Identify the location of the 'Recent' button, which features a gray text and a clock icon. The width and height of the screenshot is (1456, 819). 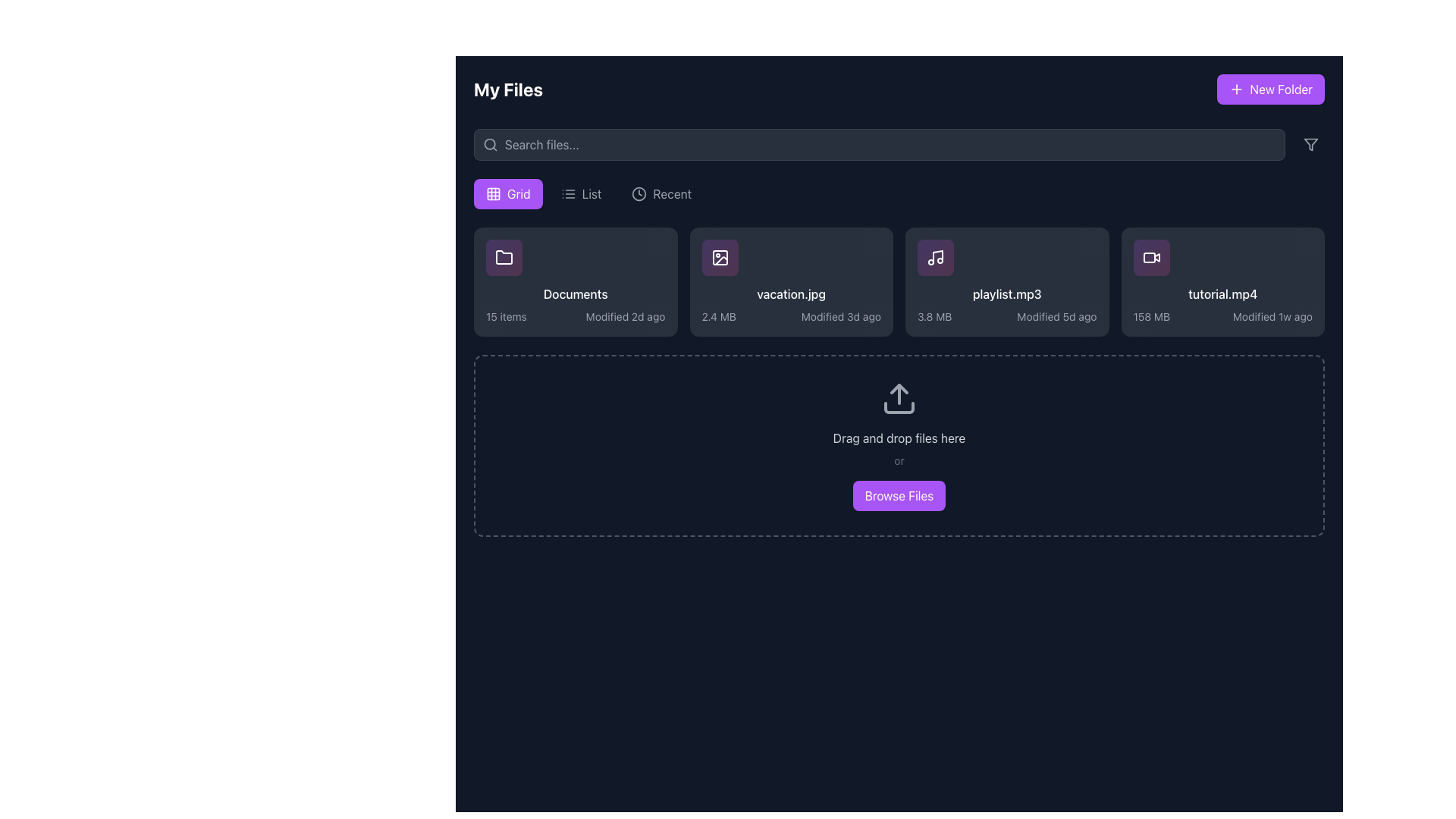
(661, 193).